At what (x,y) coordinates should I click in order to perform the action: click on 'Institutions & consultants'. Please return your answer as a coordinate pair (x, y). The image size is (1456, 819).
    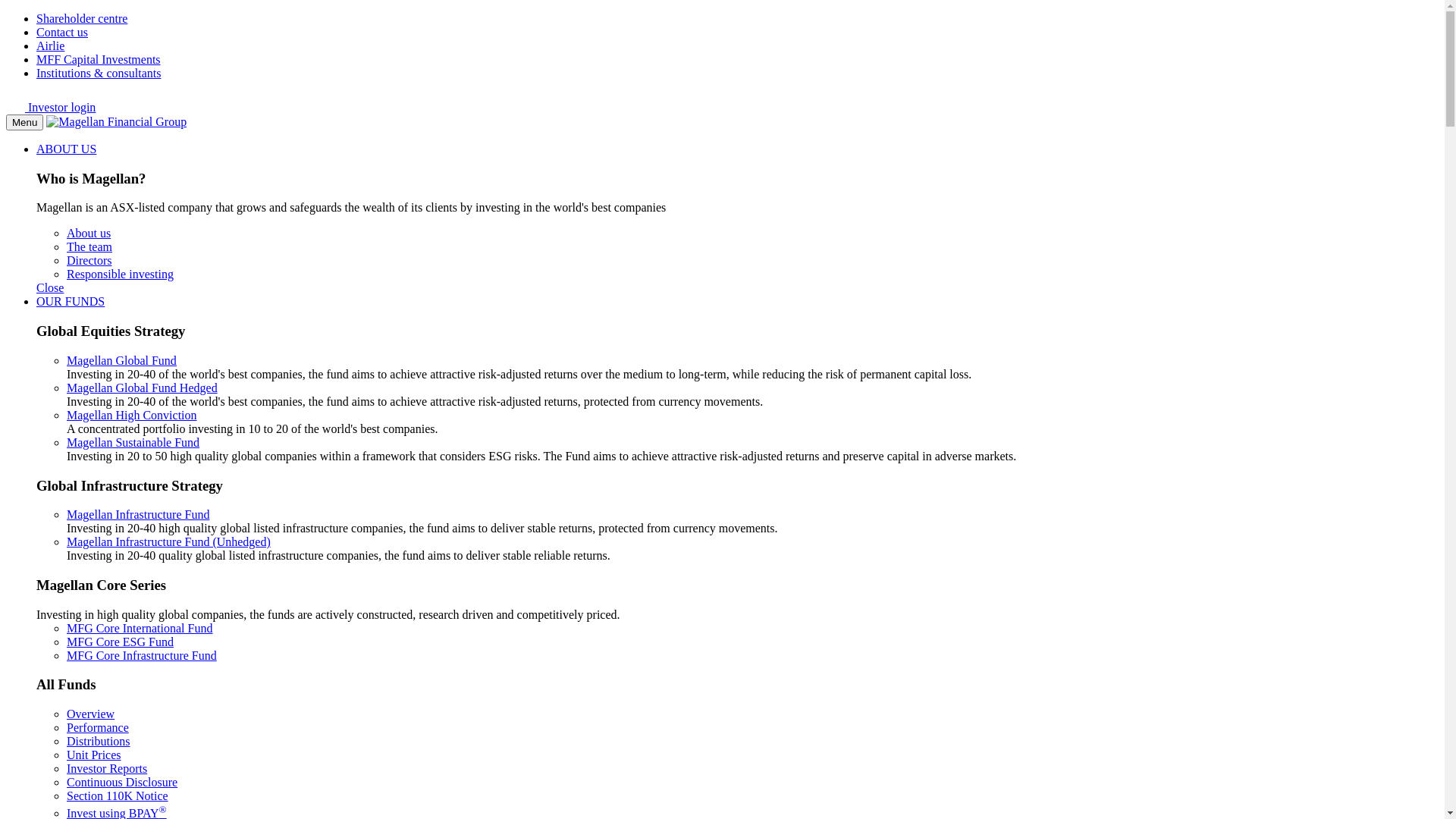
    Looking at the image, I should click on (97, 73).